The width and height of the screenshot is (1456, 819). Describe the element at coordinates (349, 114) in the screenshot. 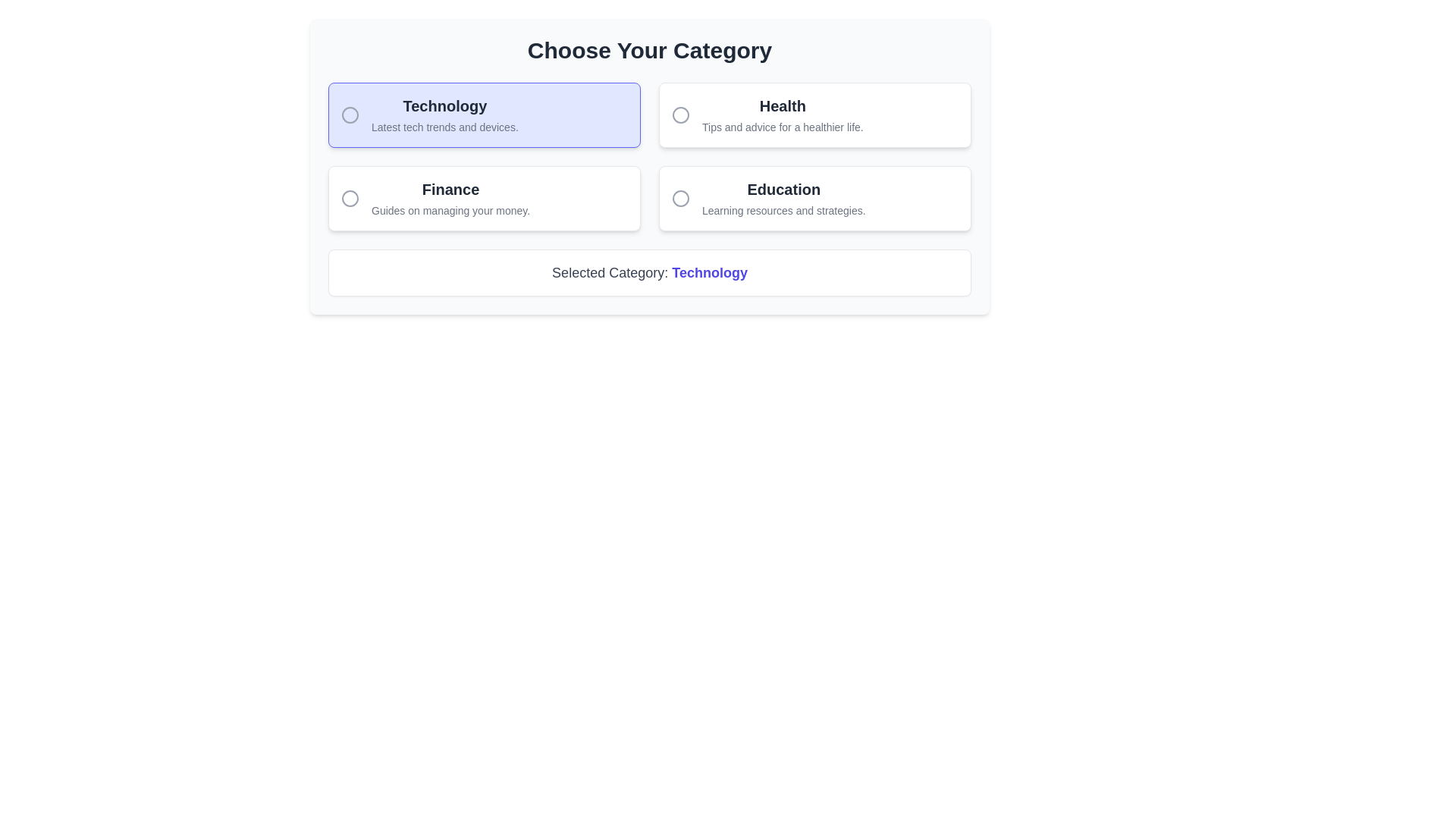

I see `the circular gray icon with a border located in front of the 'Technology' title in the highlighted selection box` at that location.